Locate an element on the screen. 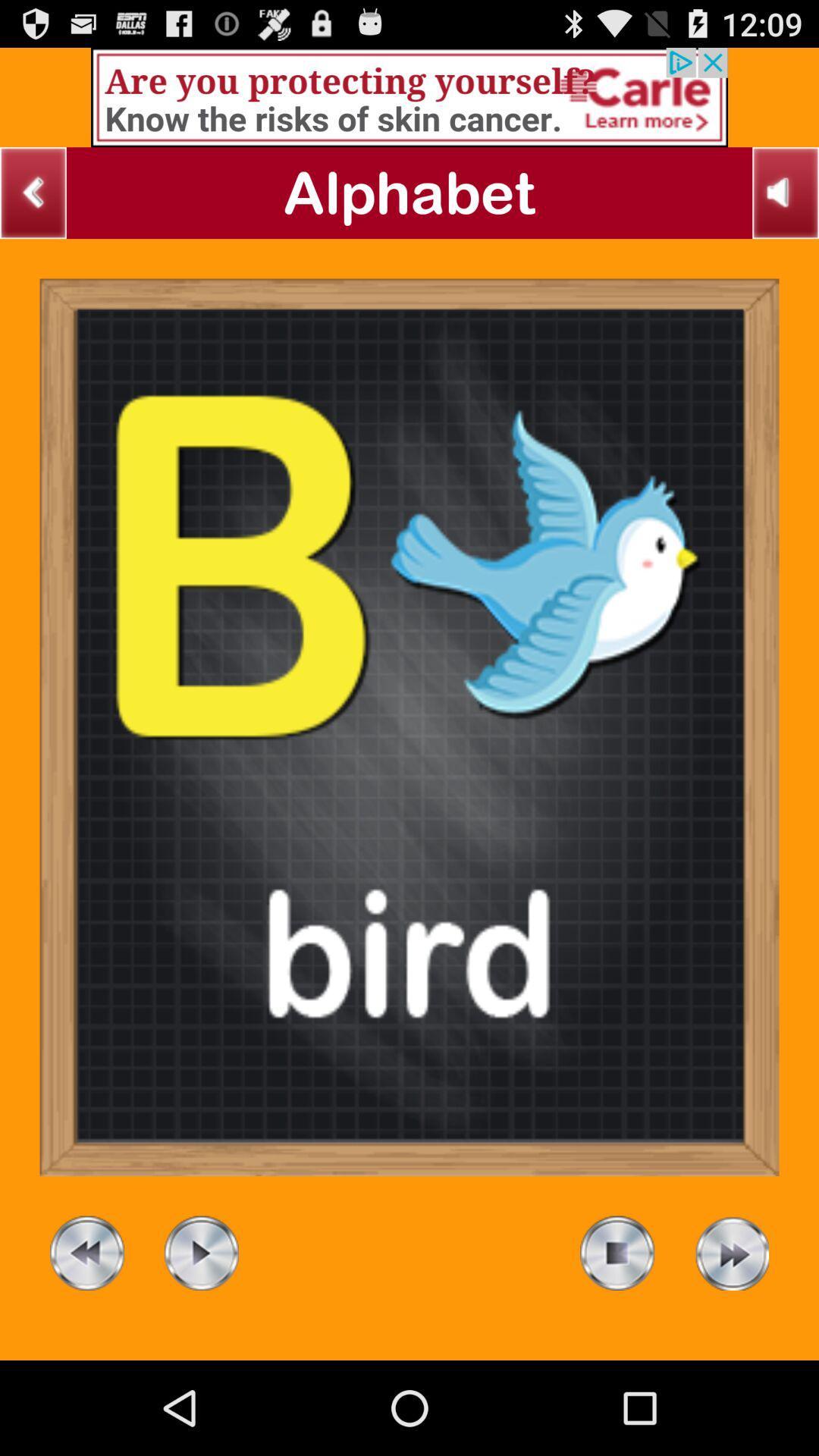 The height and width of the screenshot is (1456, 819). the av_rewind icon is located at coordinates (87, 1341).